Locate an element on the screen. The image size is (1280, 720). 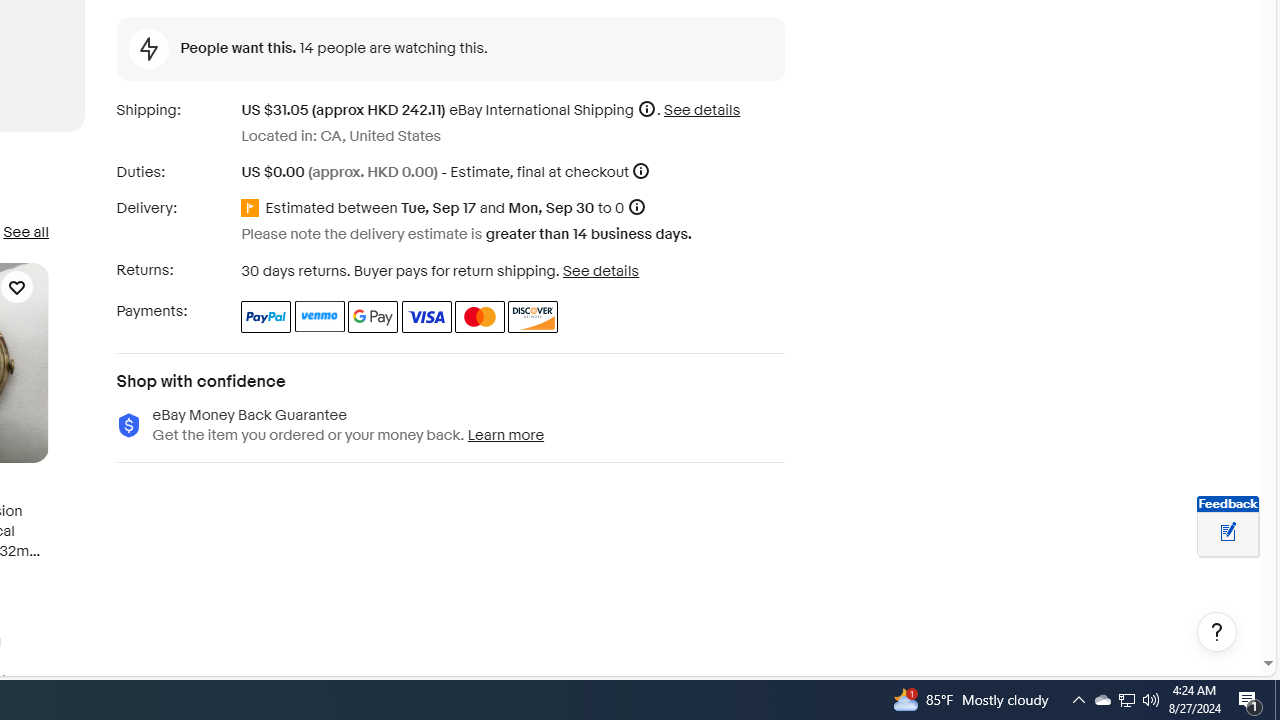
'Help, opens dialogs' is located at coordinates (1216, 632).